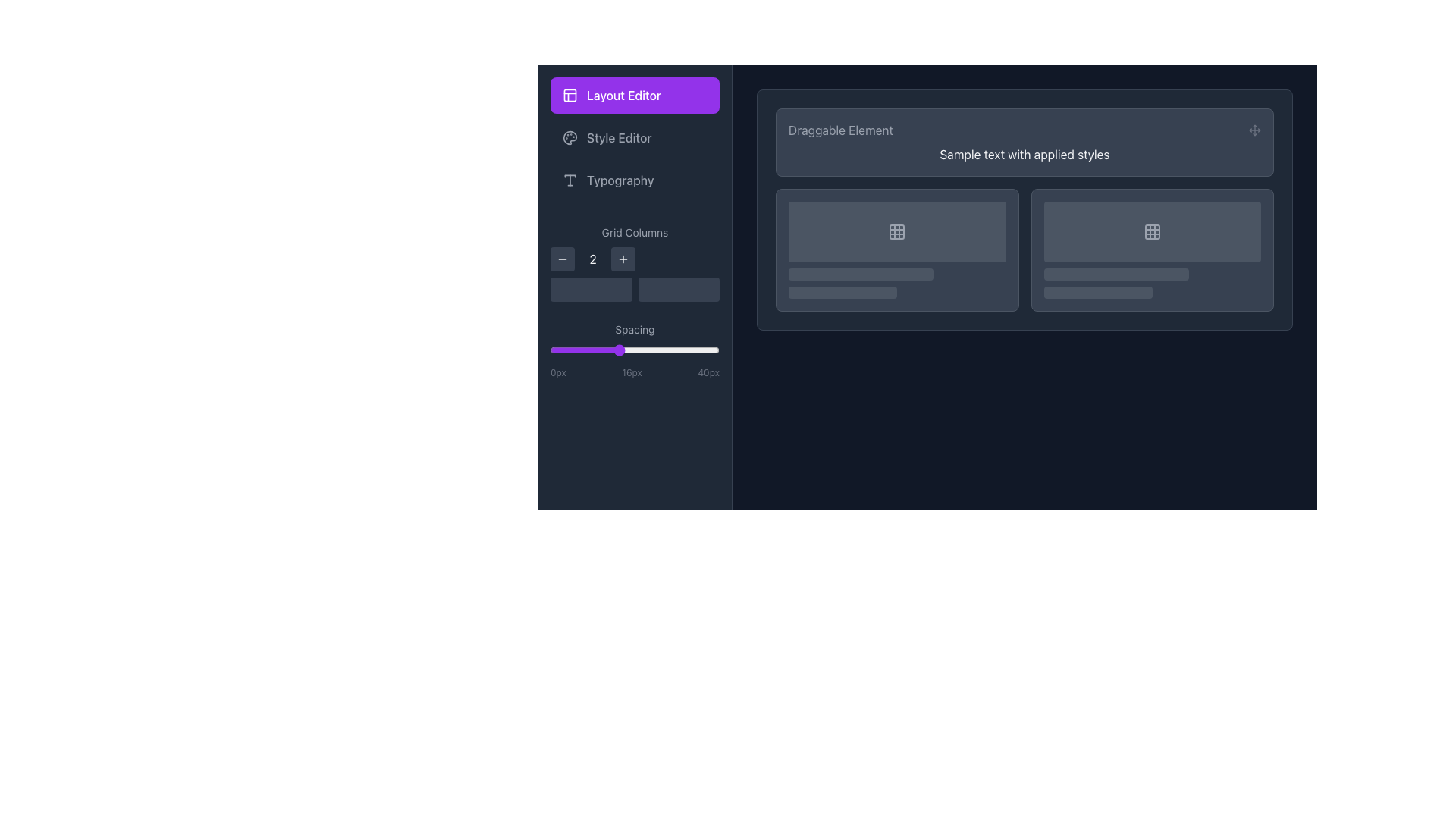 This screenshot has width=1456, height=819. Describe the element at coordinates (710, 350) in the screenshot. I see `the spacing value` at that location.